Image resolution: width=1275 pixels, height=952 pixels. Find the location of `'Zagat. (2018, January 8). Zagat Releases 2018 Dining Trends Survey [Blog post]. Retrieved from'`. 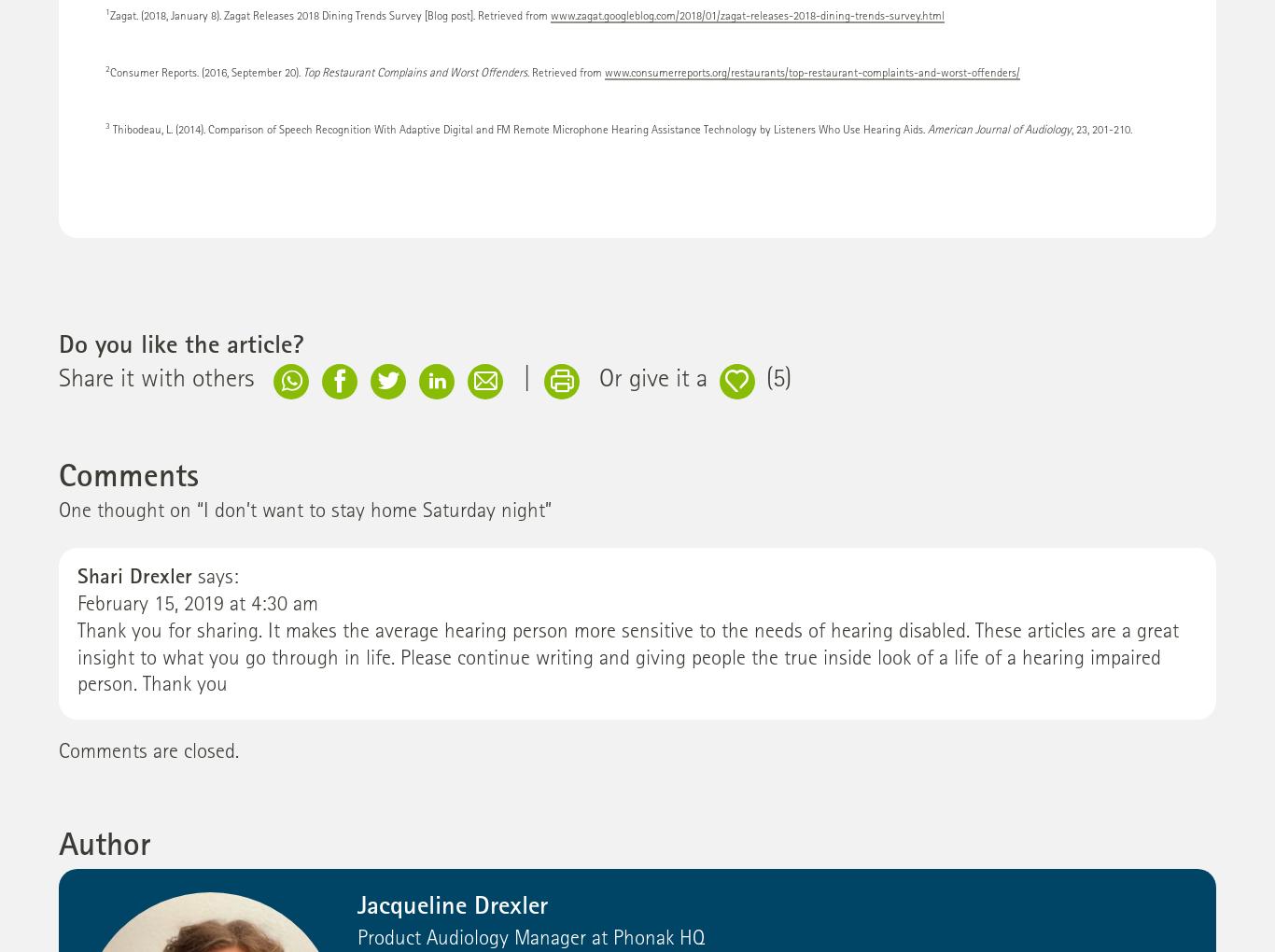

'Zagat. (2018, January 8). Zagat Releases 2018 Dining Trends Survey [Blog post]. Retrieved from' is located at coordinates (109, 16).